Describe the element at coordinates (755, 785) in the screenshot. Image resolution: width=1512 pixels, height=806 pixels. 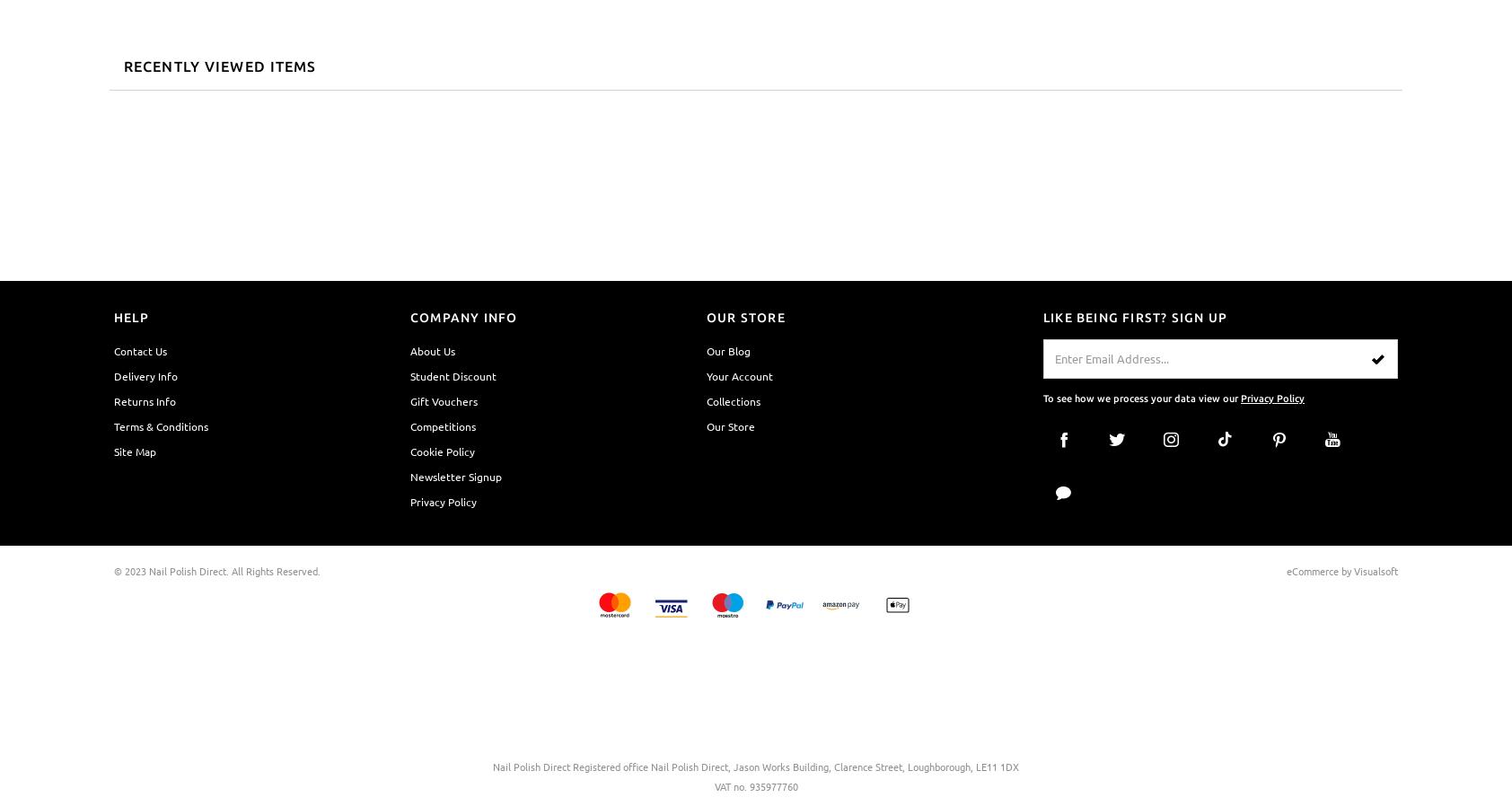
I see `'VAT no. 935977760'` at that location.